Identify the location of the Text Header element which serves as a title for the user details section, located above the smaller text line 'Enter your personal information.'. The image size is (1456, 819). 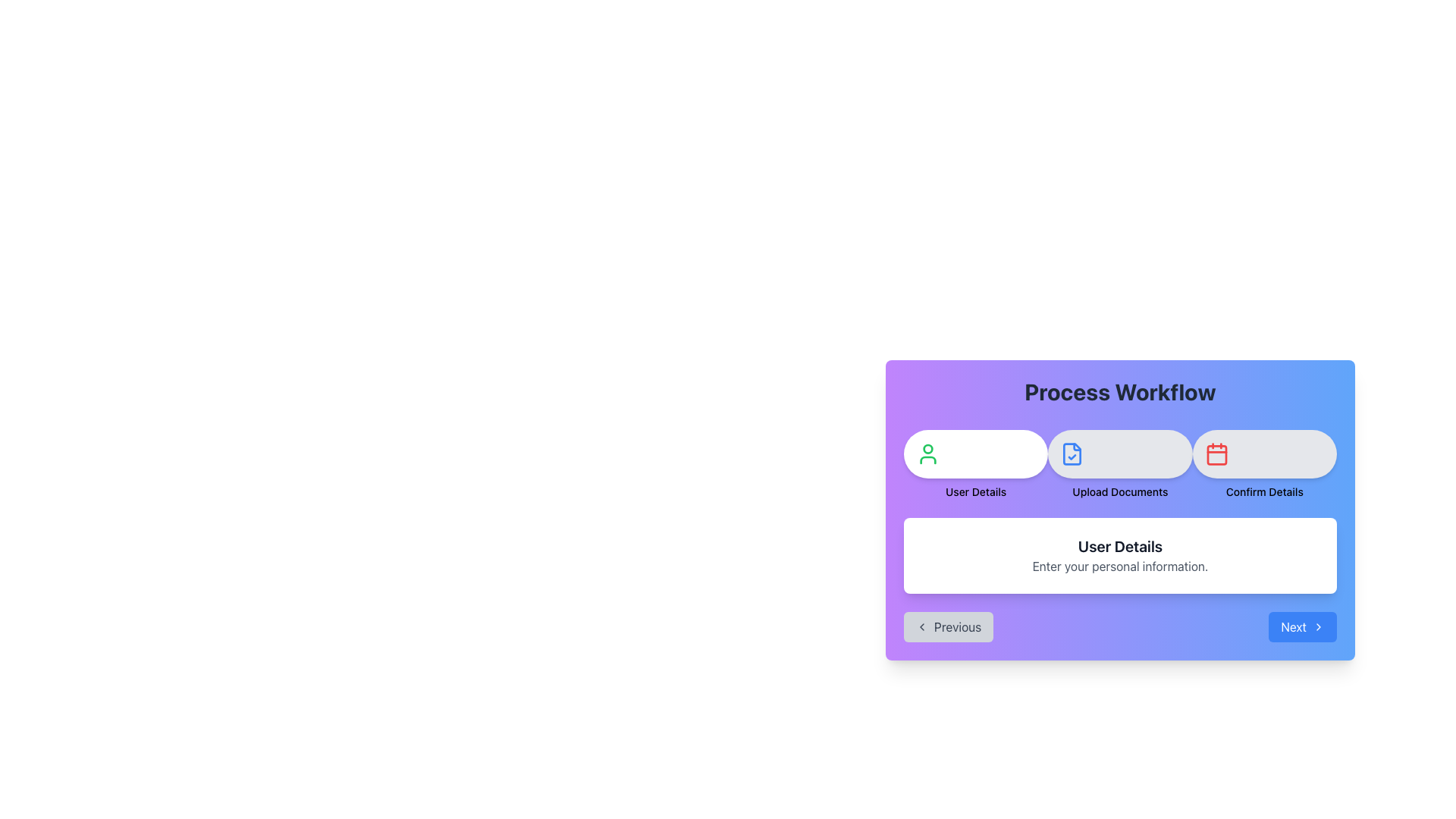
(1120, 547).